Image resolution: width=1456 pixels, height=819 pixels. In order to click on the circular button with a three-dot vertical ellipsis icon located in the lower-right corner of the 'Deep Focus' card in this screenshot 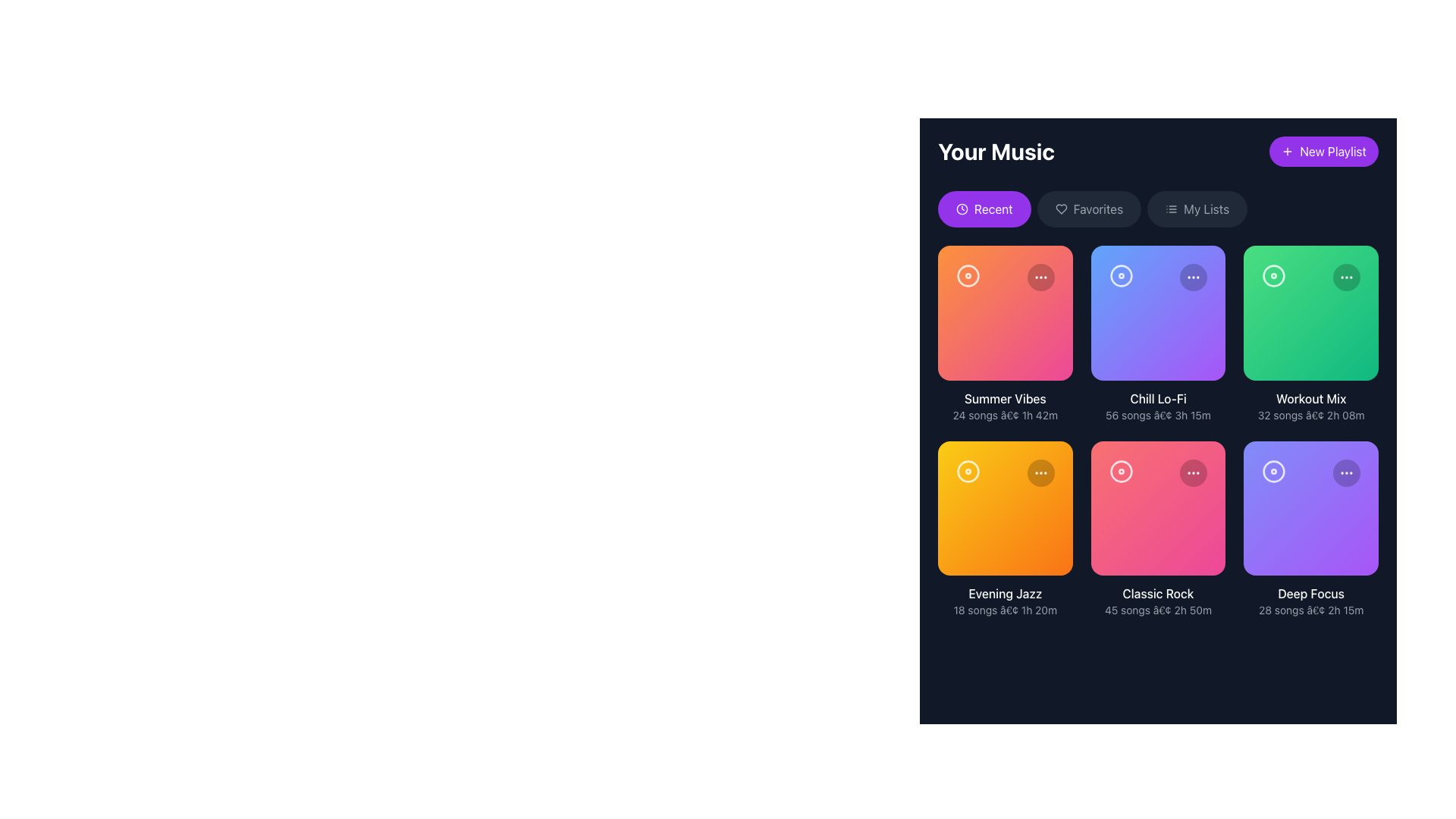, I will do `click(1347, 472)`.